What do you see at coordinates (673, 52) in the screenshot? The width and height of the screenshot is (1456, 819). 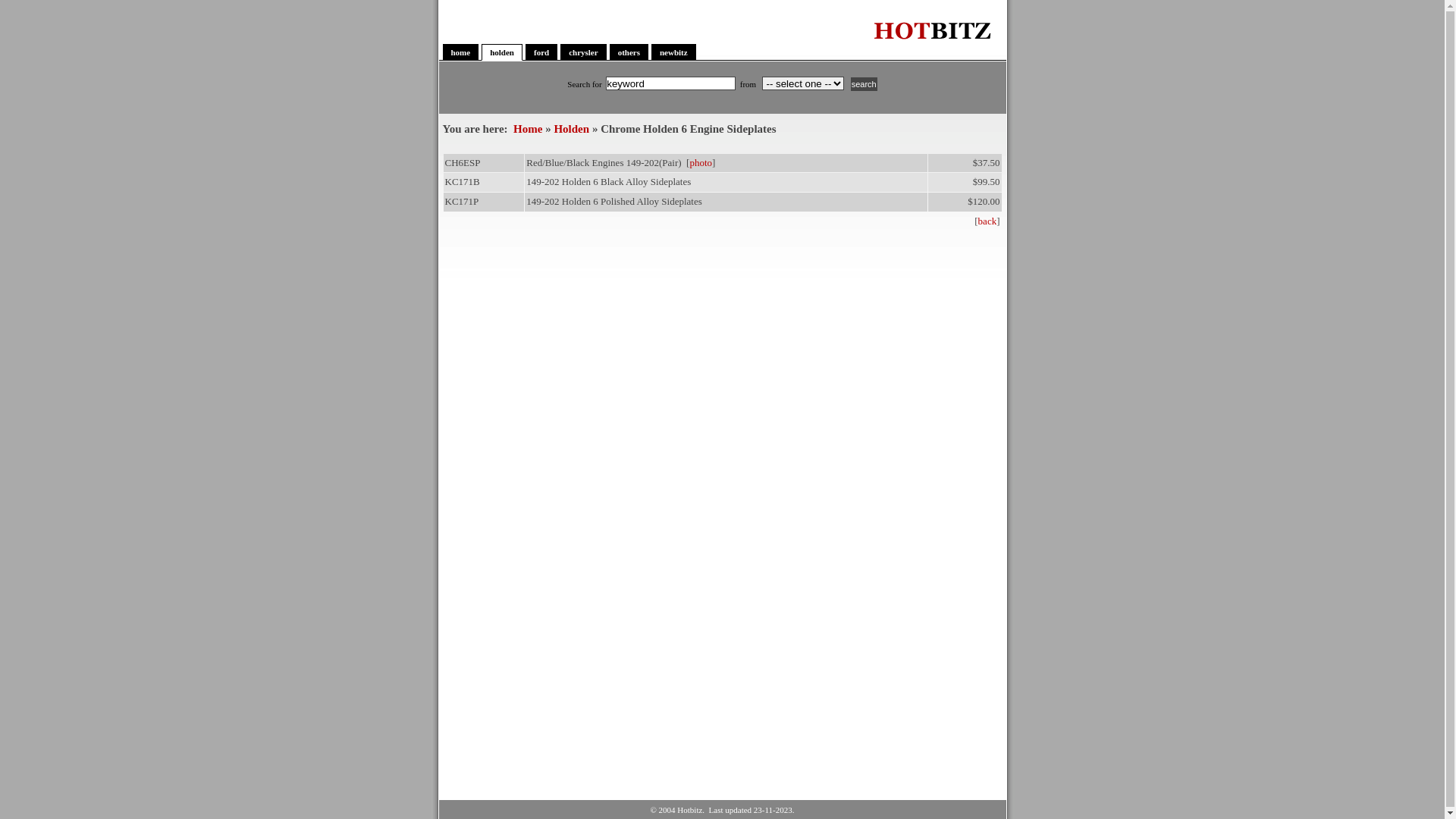 I see `'newbitz'` at bounding box center [673, 52].